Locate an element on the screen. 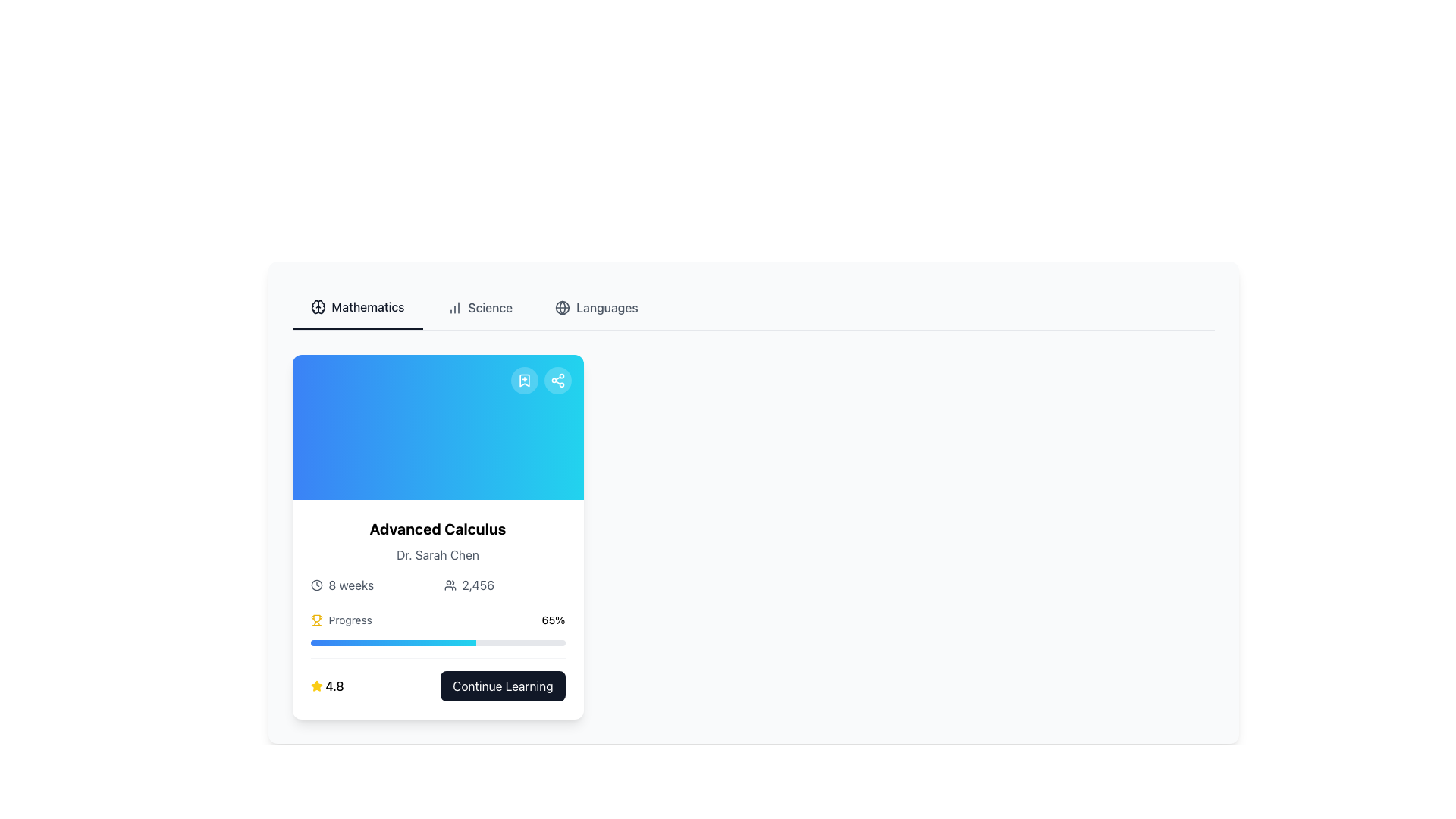 Image resolution: width=1456 pixels, height=819 pixels. the 'share' icon button located at the top-right corner of the 'Advanced Calculus' card is located at coordinates (557, 379).